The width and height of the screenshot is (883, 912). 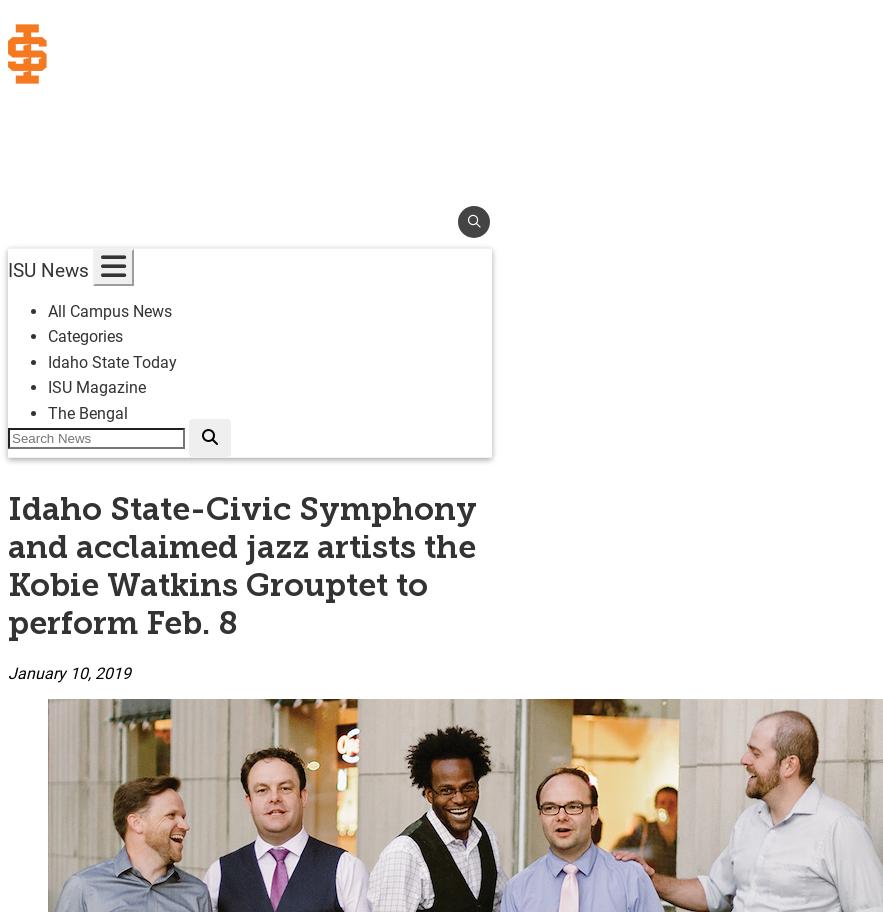 What do you see at coordinates (115, 180) in the screenshot?
I see `'Colleges and Schools'` at bounding box center [115, 180].